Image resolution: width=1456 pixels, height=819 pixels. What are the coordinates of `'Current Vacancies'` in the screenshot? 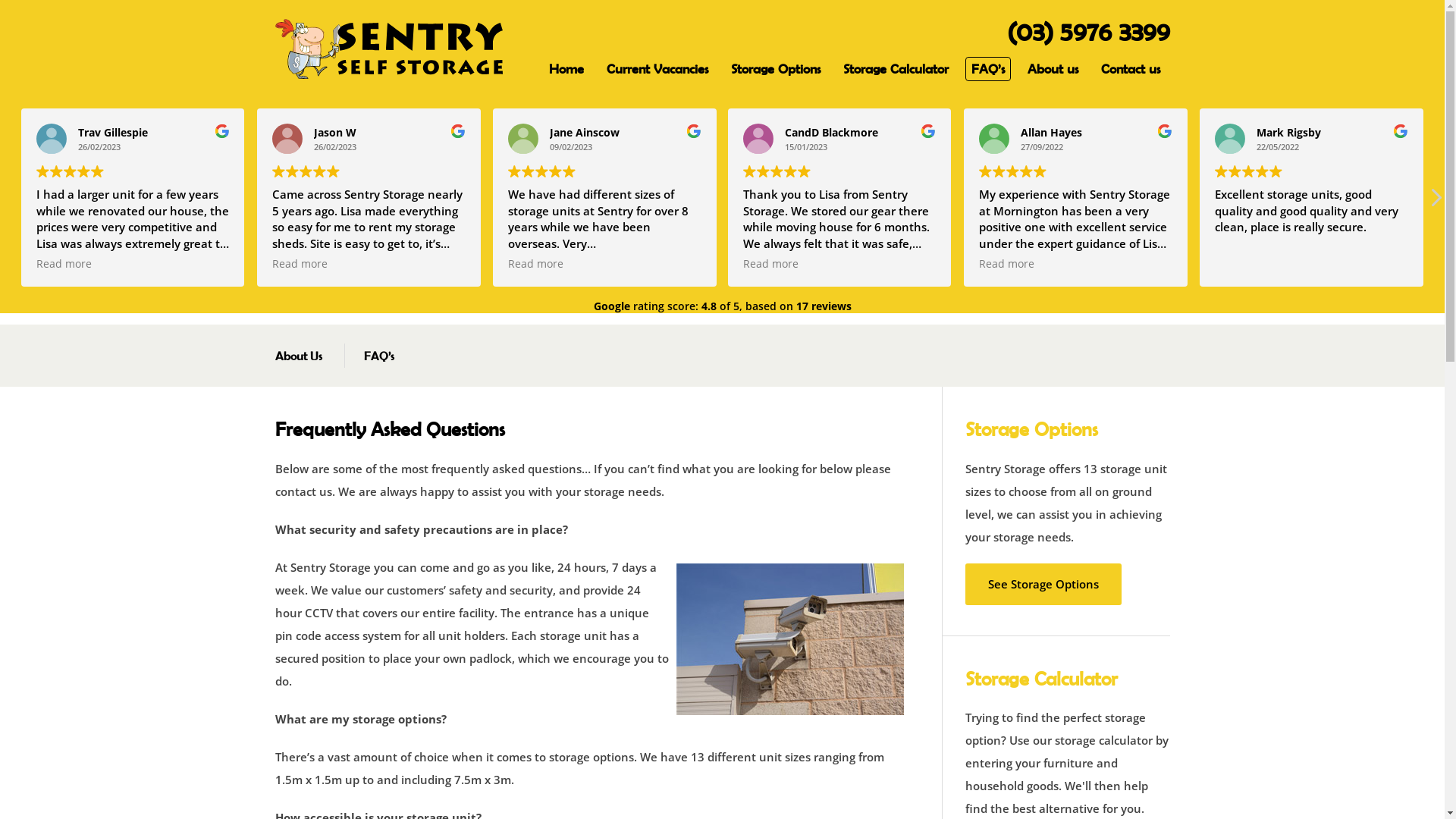 It's located at (657, 69).